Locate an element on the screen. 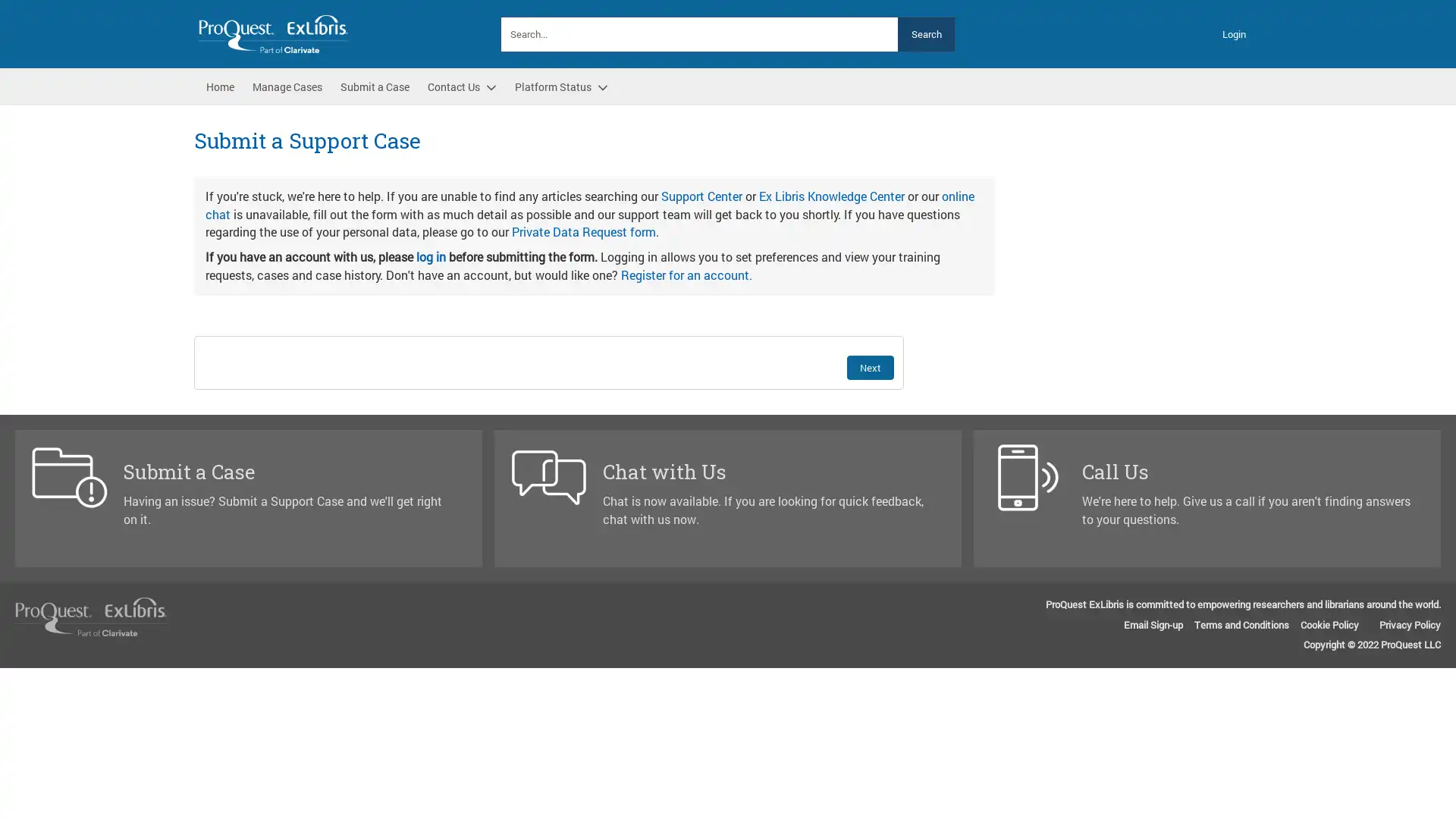 Image resolution: width=1456 pixels, height=819 pixels. Next is located at coordinates (870, 418).